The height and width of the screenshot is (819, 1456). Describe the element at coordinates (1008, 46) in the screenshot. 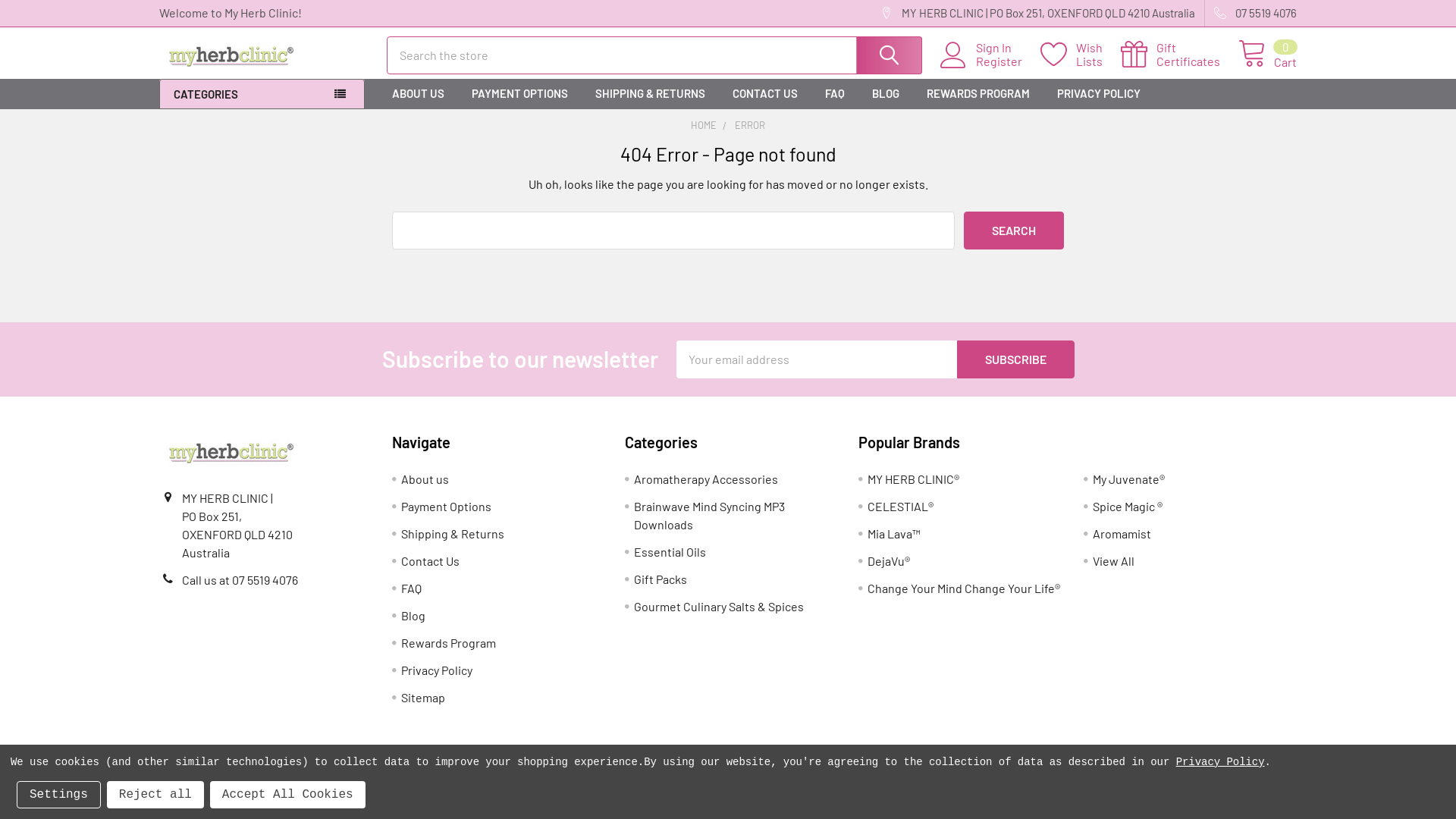

I see `'Sign In'` at that location.